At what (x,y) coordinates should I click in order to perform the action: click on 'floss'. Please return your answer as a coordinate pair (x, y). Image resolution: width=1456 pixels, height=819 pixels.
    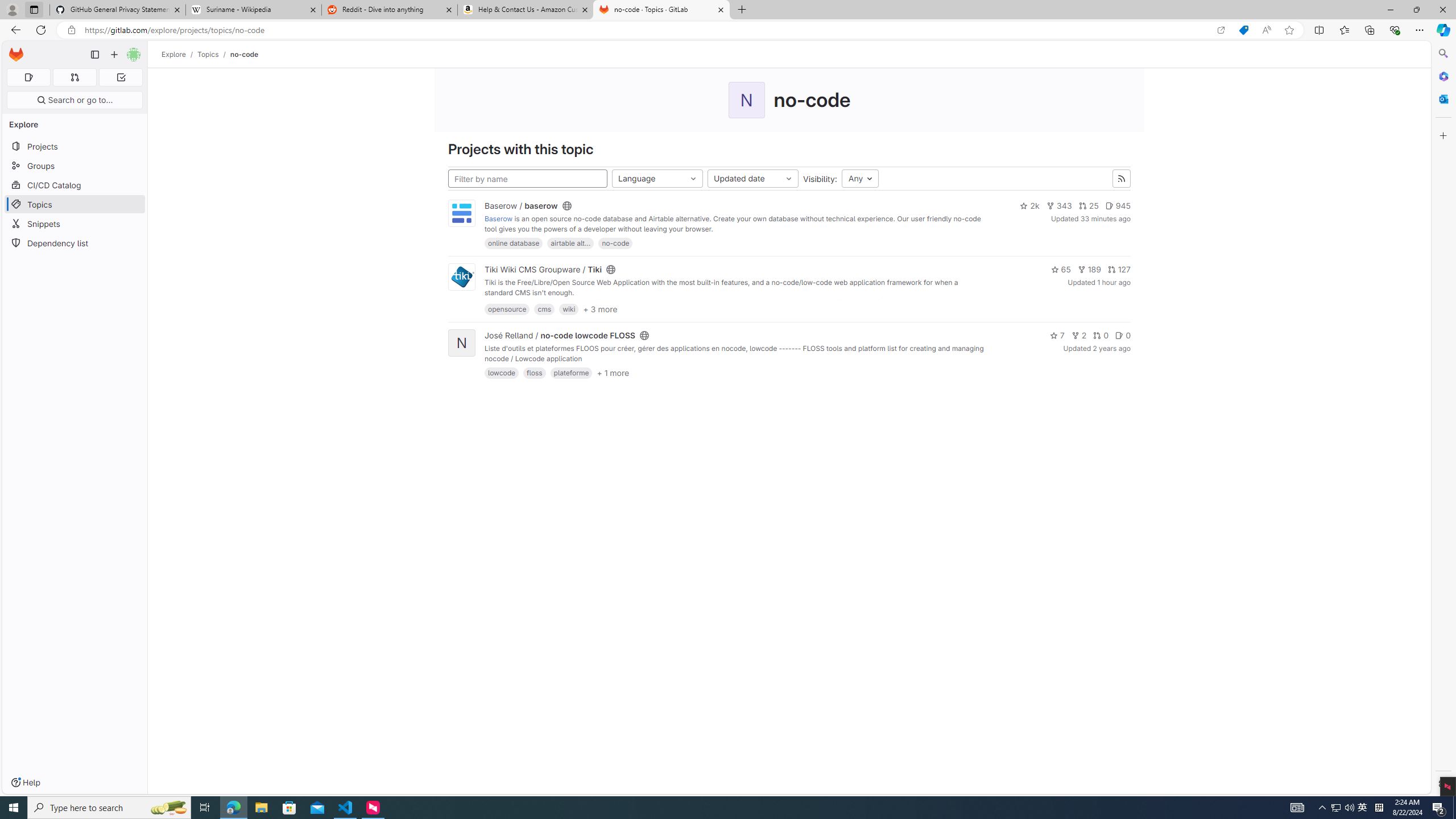
    Looking at the image, I should click on (534, 372).